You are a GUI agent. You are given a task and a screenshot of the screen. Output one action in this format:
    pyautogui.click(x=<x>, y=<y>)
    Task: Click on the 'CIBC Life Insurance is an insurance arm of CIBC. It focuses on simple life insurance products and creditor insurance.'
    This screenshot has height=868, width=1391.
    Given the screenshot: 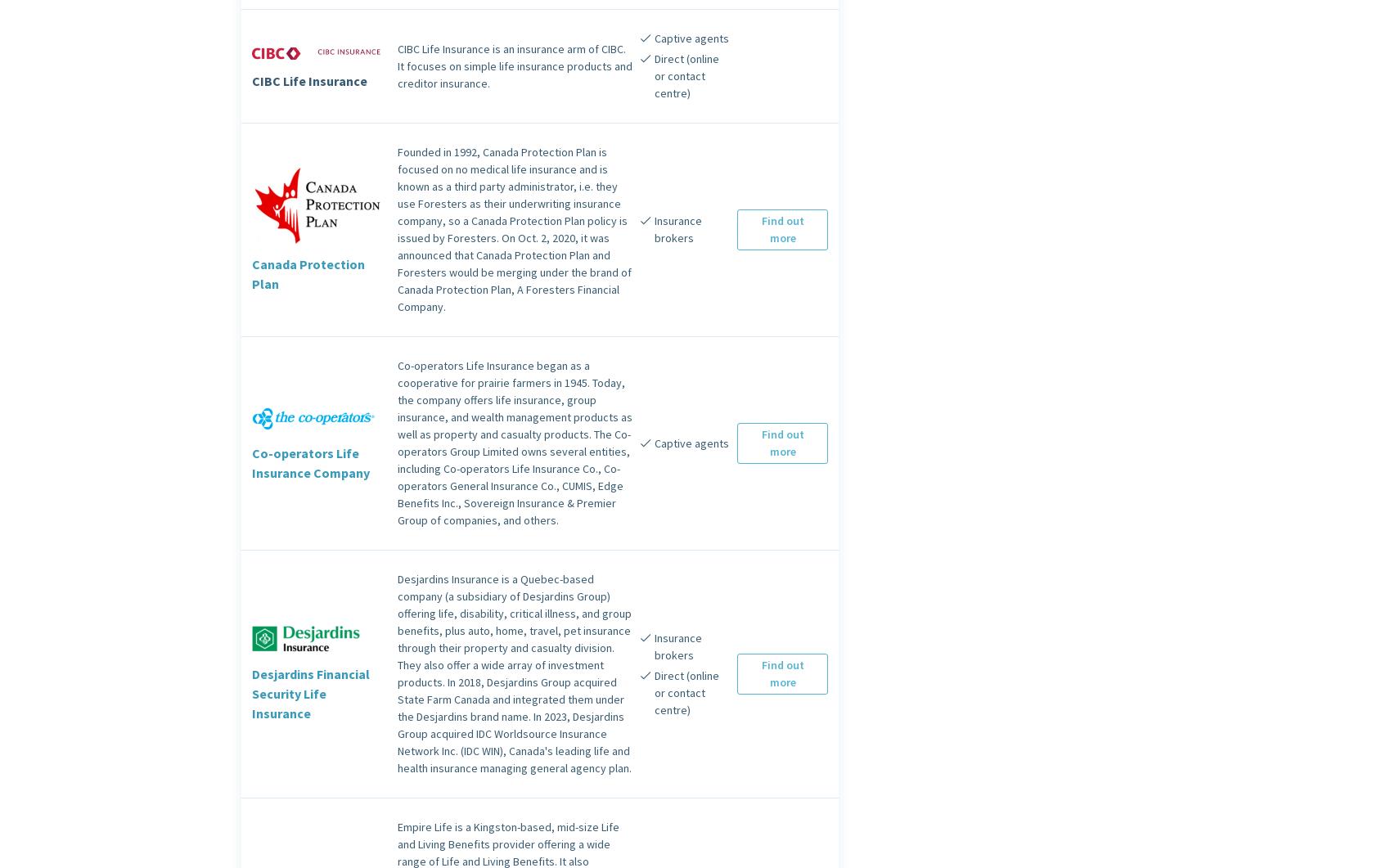 What is the action you would take?
    pyautogui.click(x=514, y=65)
    